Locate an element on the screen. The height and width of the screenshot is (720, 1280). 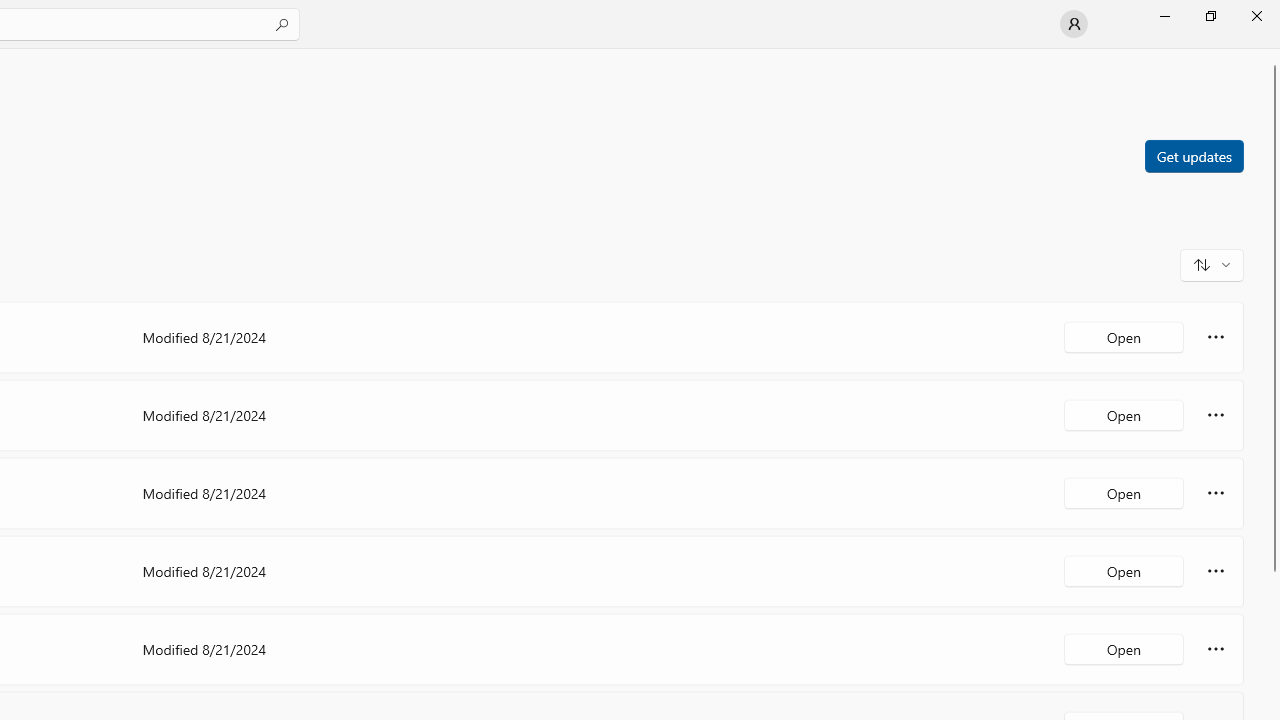
'More options' is located at coordinates (1215, 649).